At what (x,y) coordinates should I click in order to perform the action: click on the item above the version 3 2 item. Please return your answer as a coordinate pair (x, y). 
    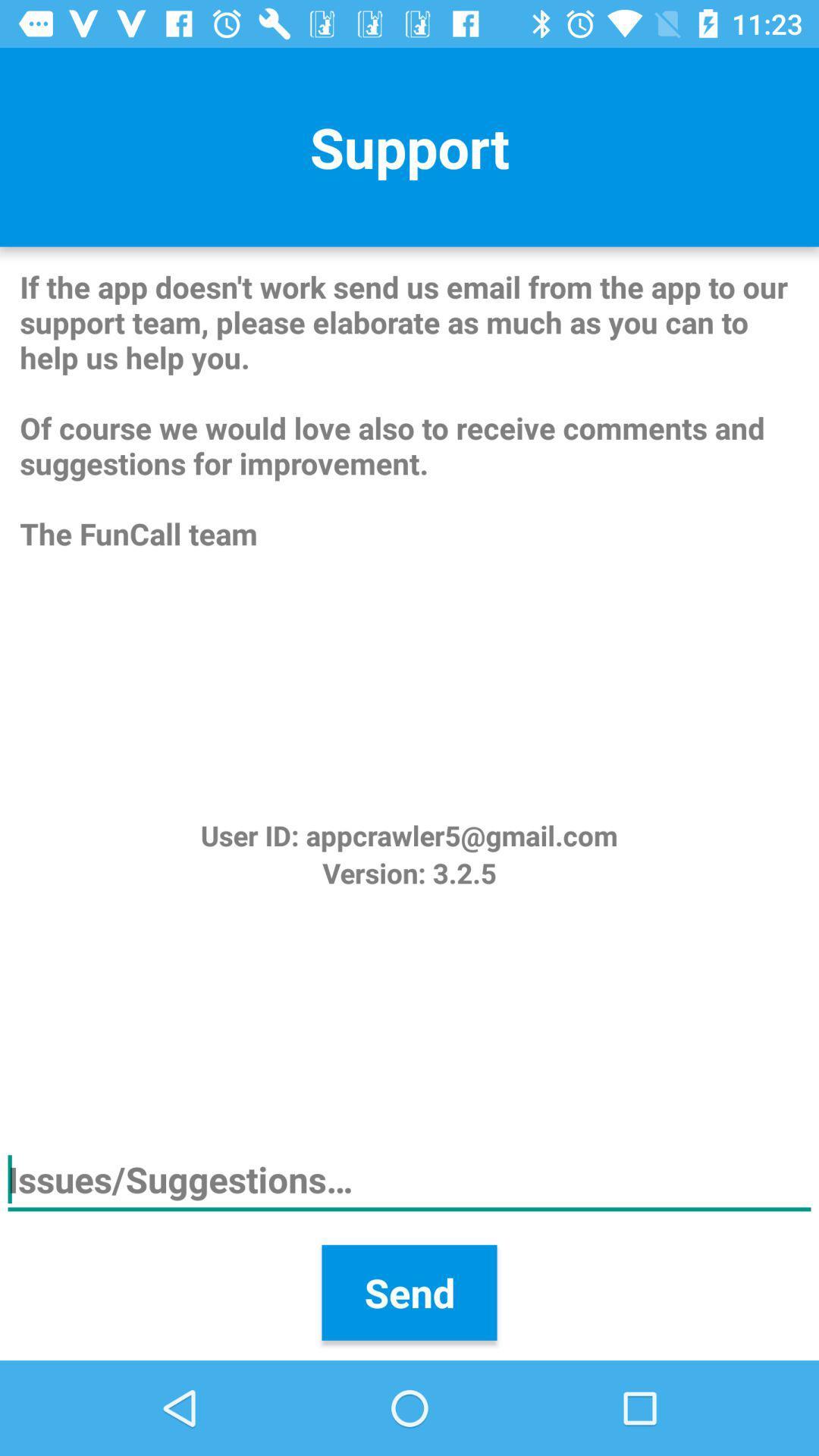
    Looking at the image, I should click on (408, 834).